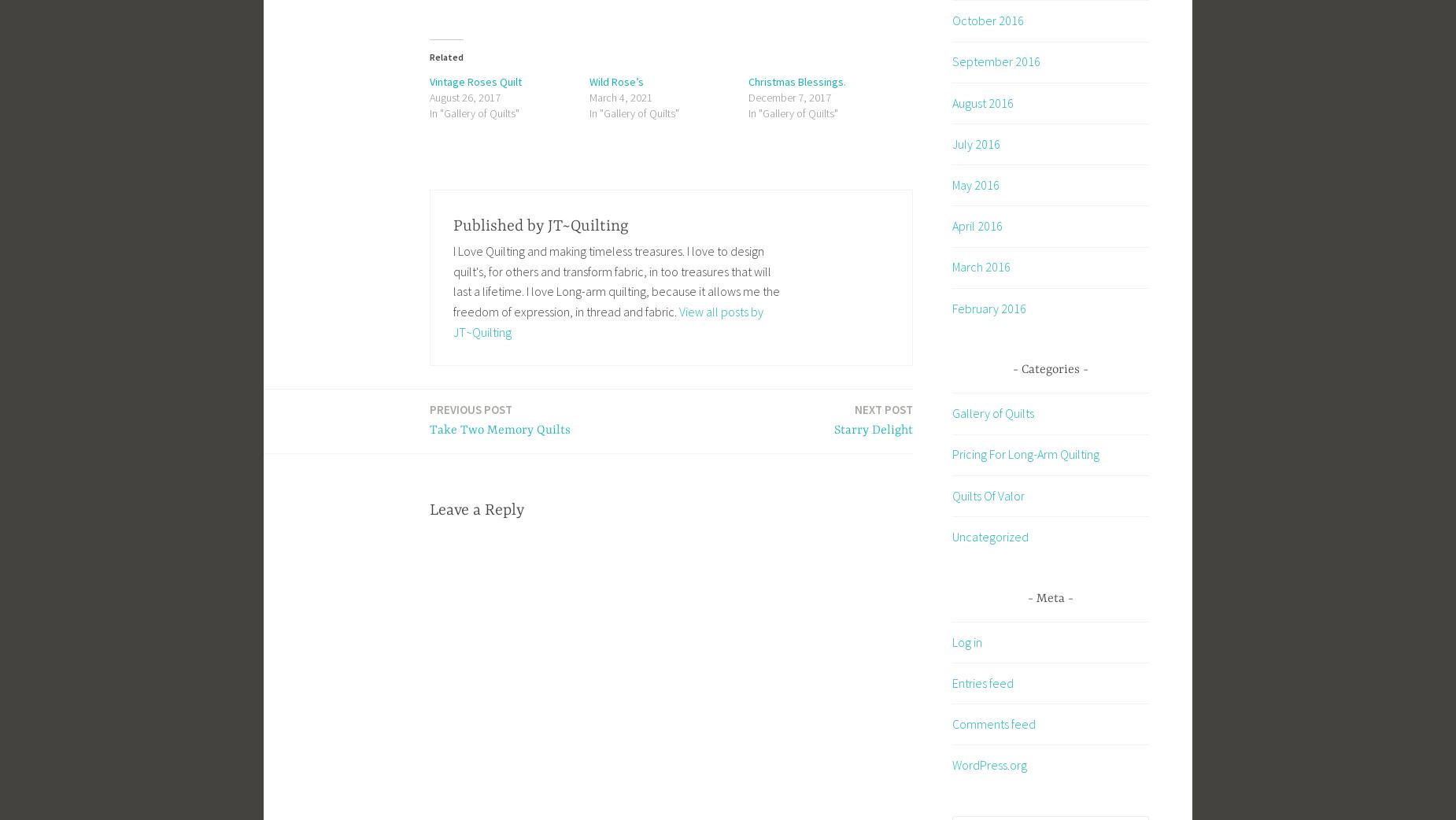  I want to click on 'Published by', so click(499, 226).